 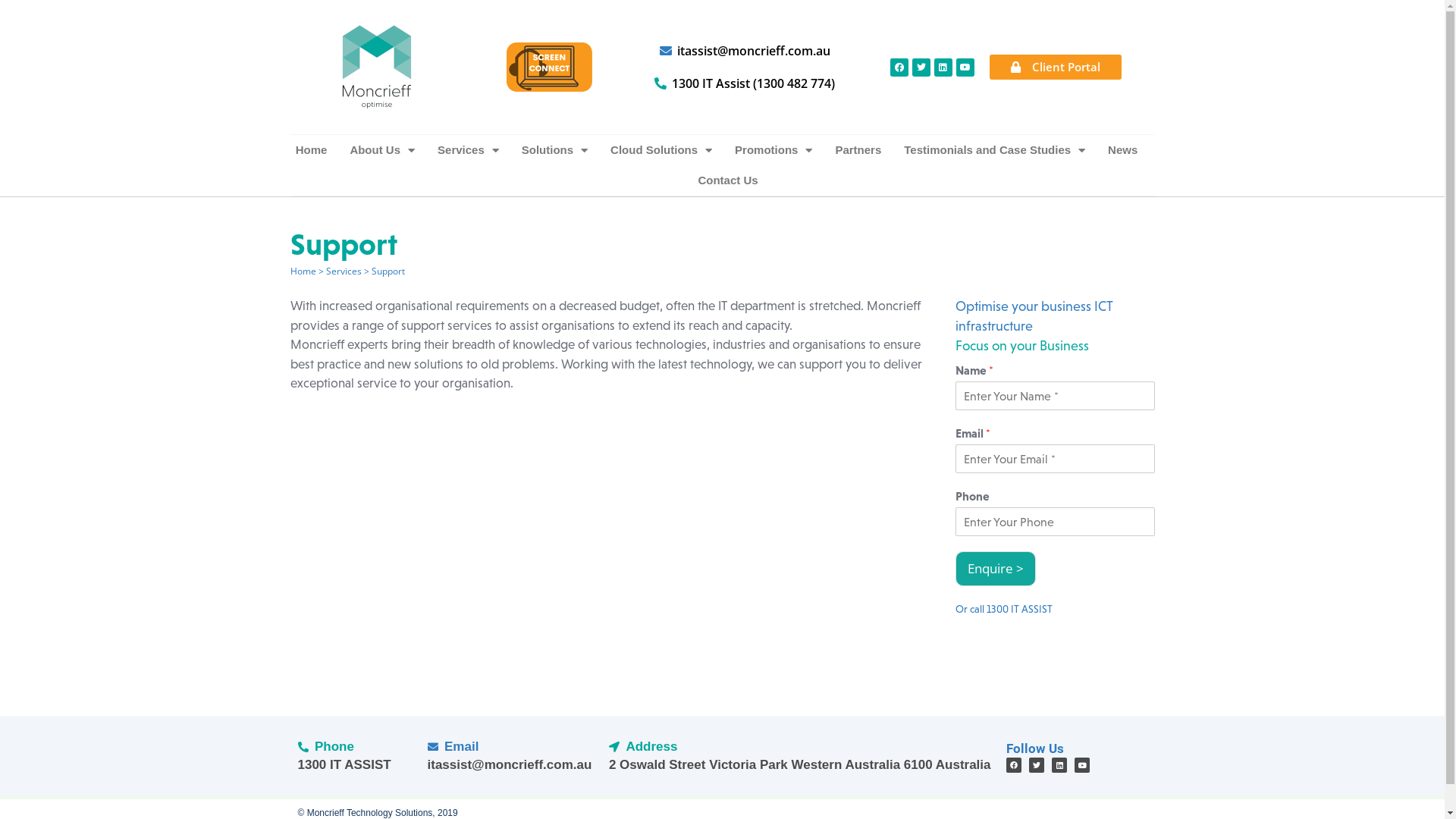 What do you see at coordinates (743, 50) in the screenshot?
I see `'itassist@moncrieff.com.au'` at bounding box center [743, 50].